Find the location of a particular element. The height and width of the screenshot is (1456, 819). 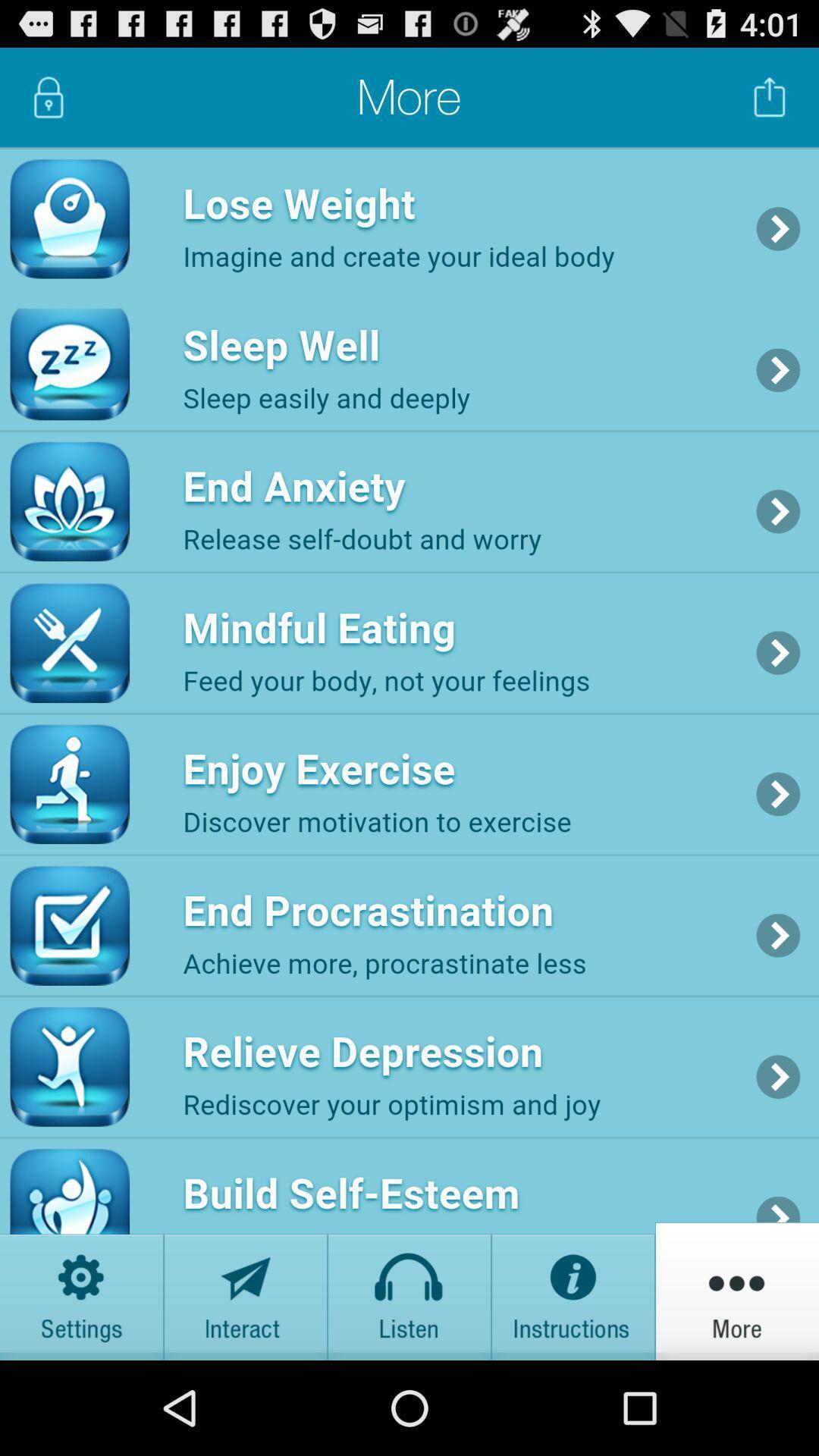

more is located at coordinates (736, 1290).